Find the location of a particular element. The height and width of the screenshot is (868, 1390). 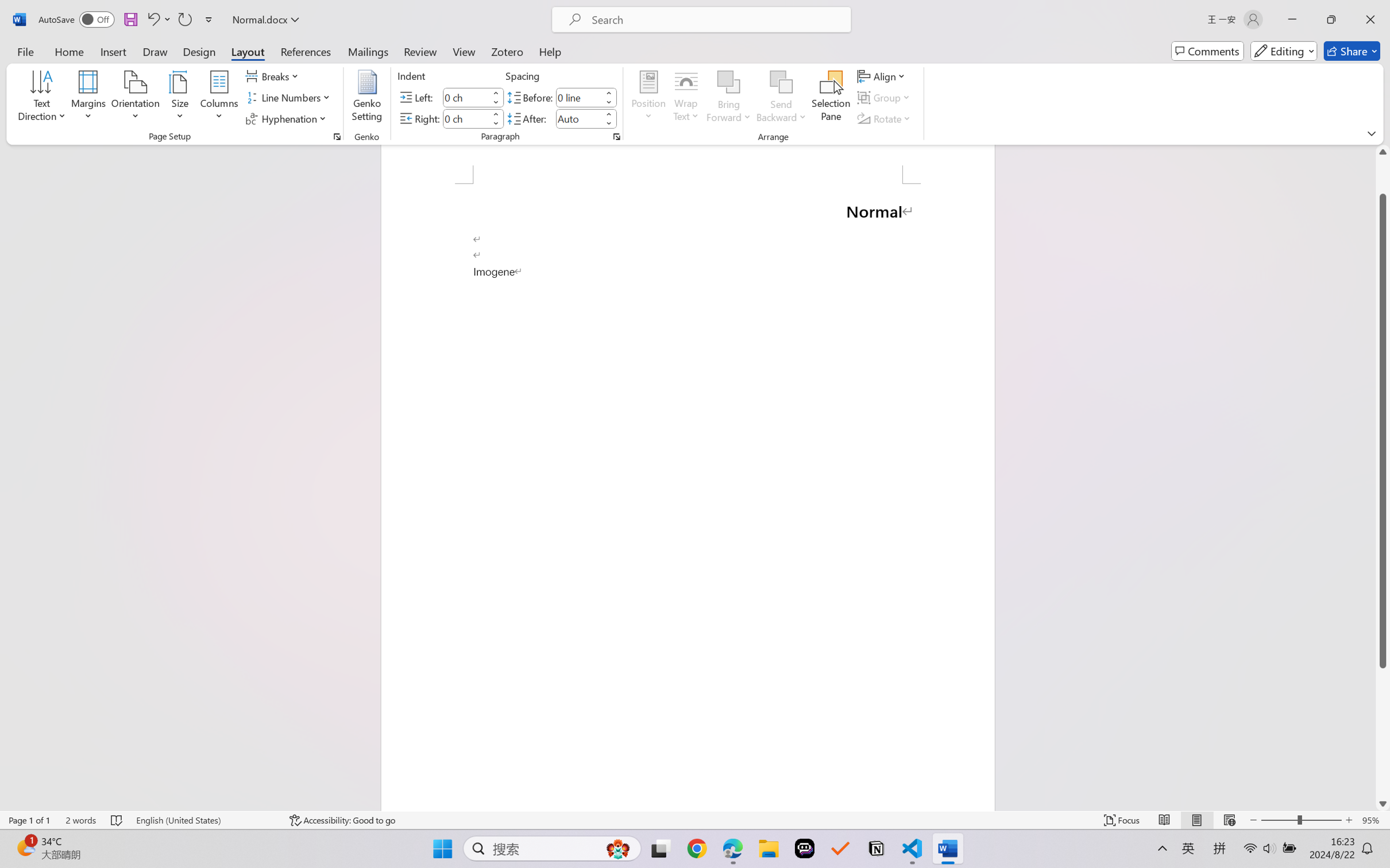

'Class: MsoCommandBar' is located at coordinates (695, 820).